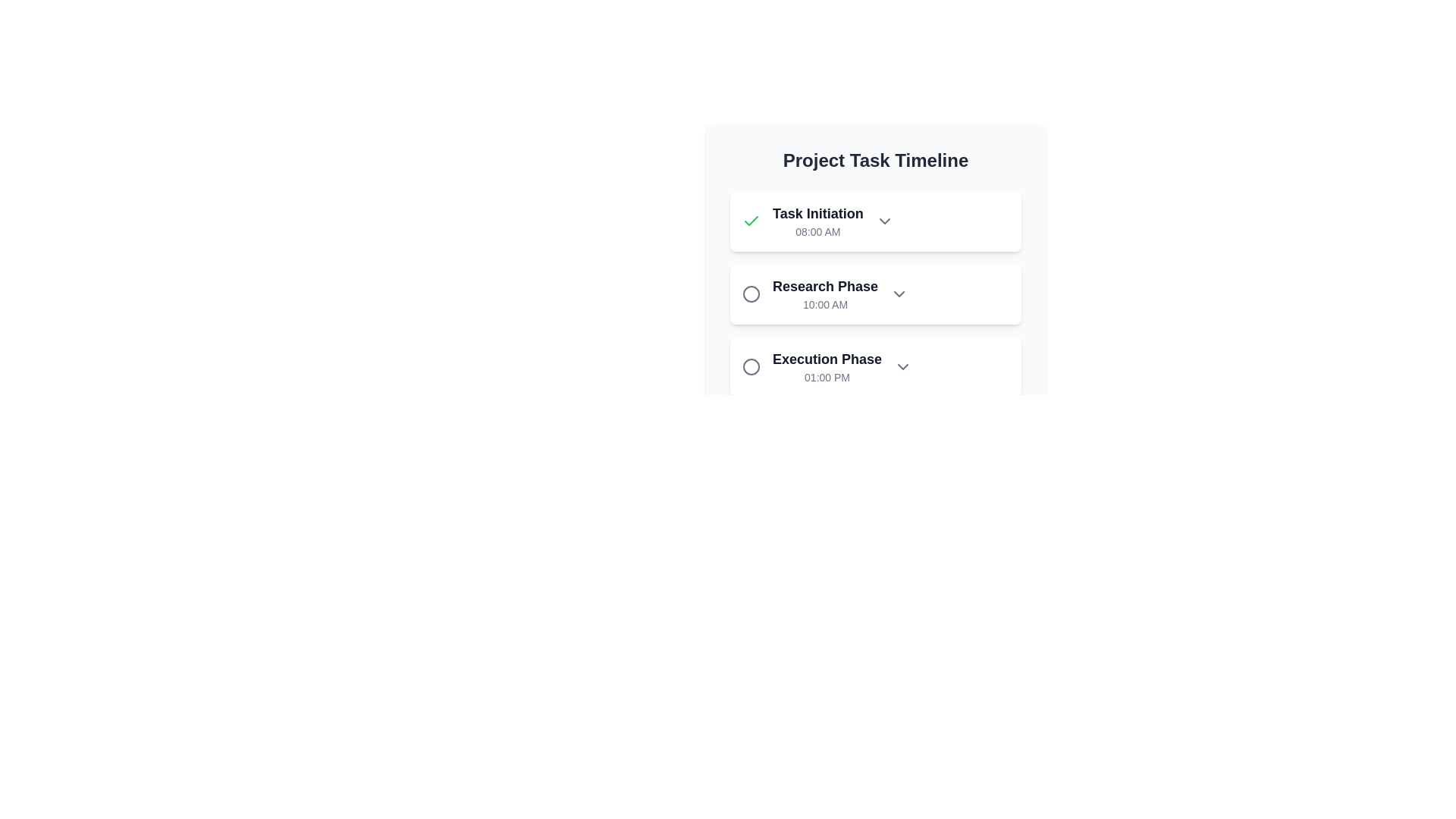 This screenshot has width=1456, height=819. What do you see at coordinates (902, 366) in the screenshot?
I see `the downward-pointing chevron icon styled in dark gray, located to the right of the 'Execution Phase' text in the timeline list` at bounding box center [902, 366].